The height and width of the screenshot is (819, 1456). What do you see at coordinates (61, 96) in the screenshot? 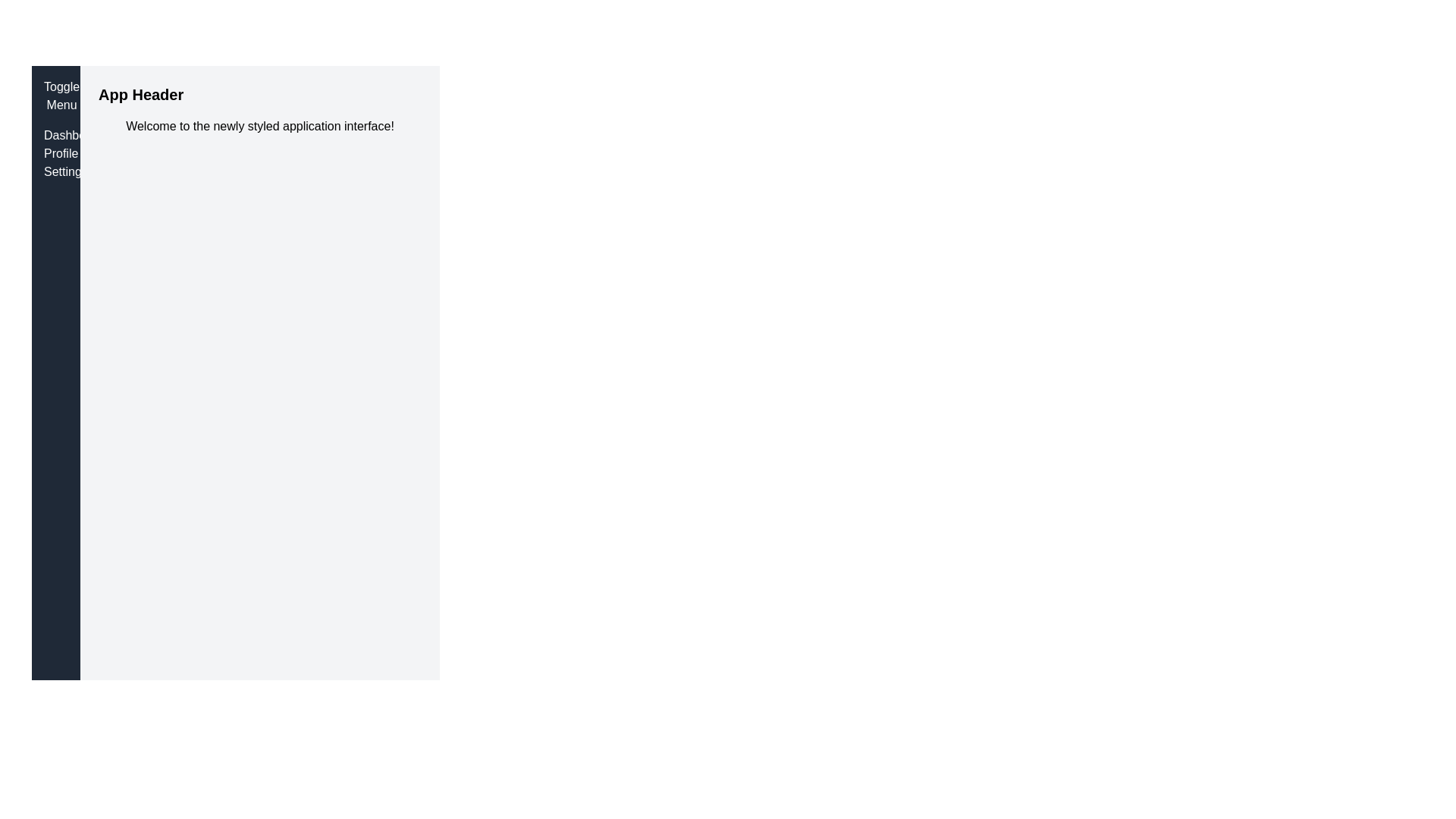
I see `the 'Toggle Menu' button, which is the first item in the vertical sidebar on the left side of the interface` at bounding box center [61, 96].